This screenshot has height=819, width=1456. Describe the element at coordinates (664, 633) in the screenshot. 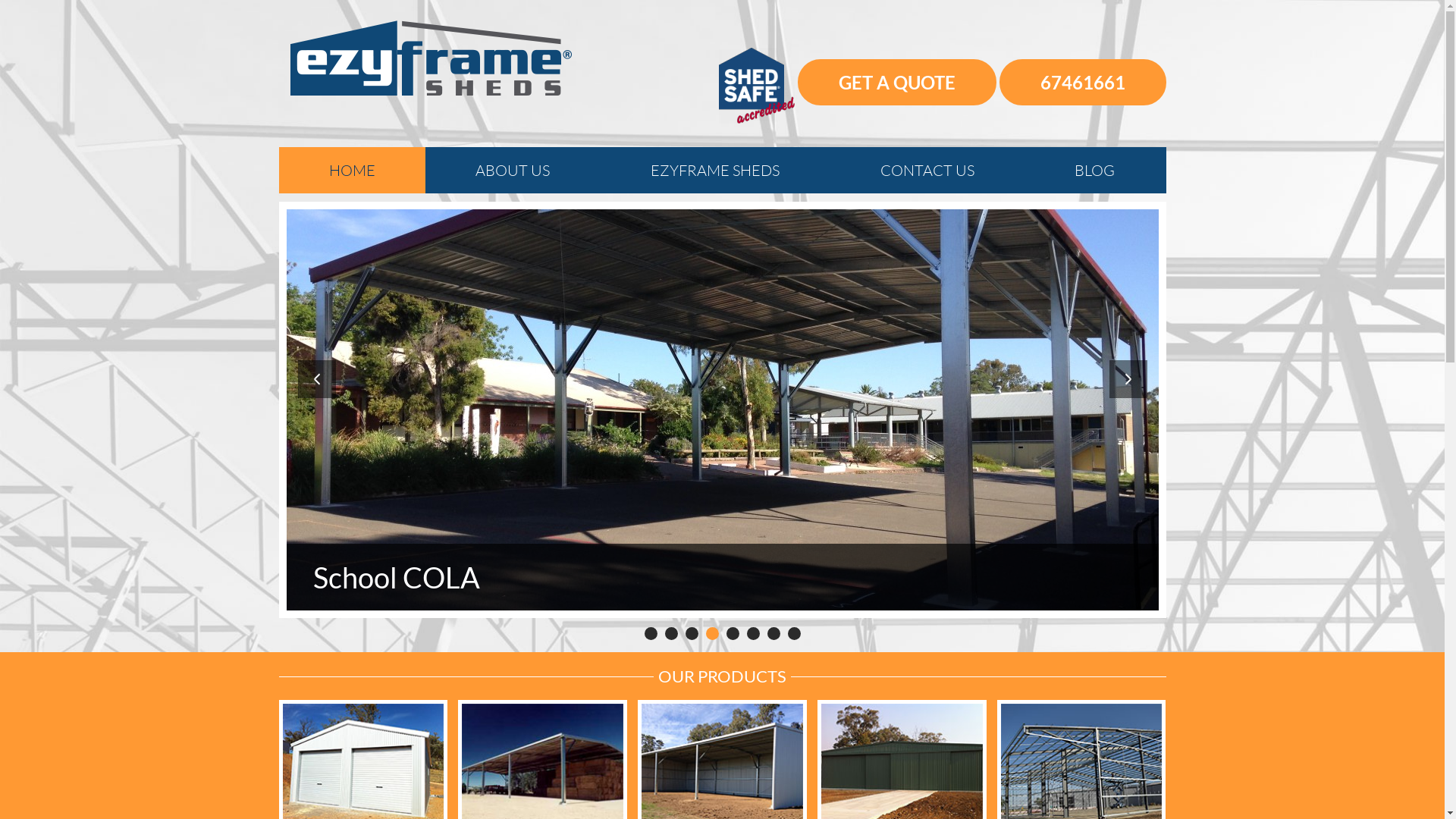

I see `'2'` at that location.